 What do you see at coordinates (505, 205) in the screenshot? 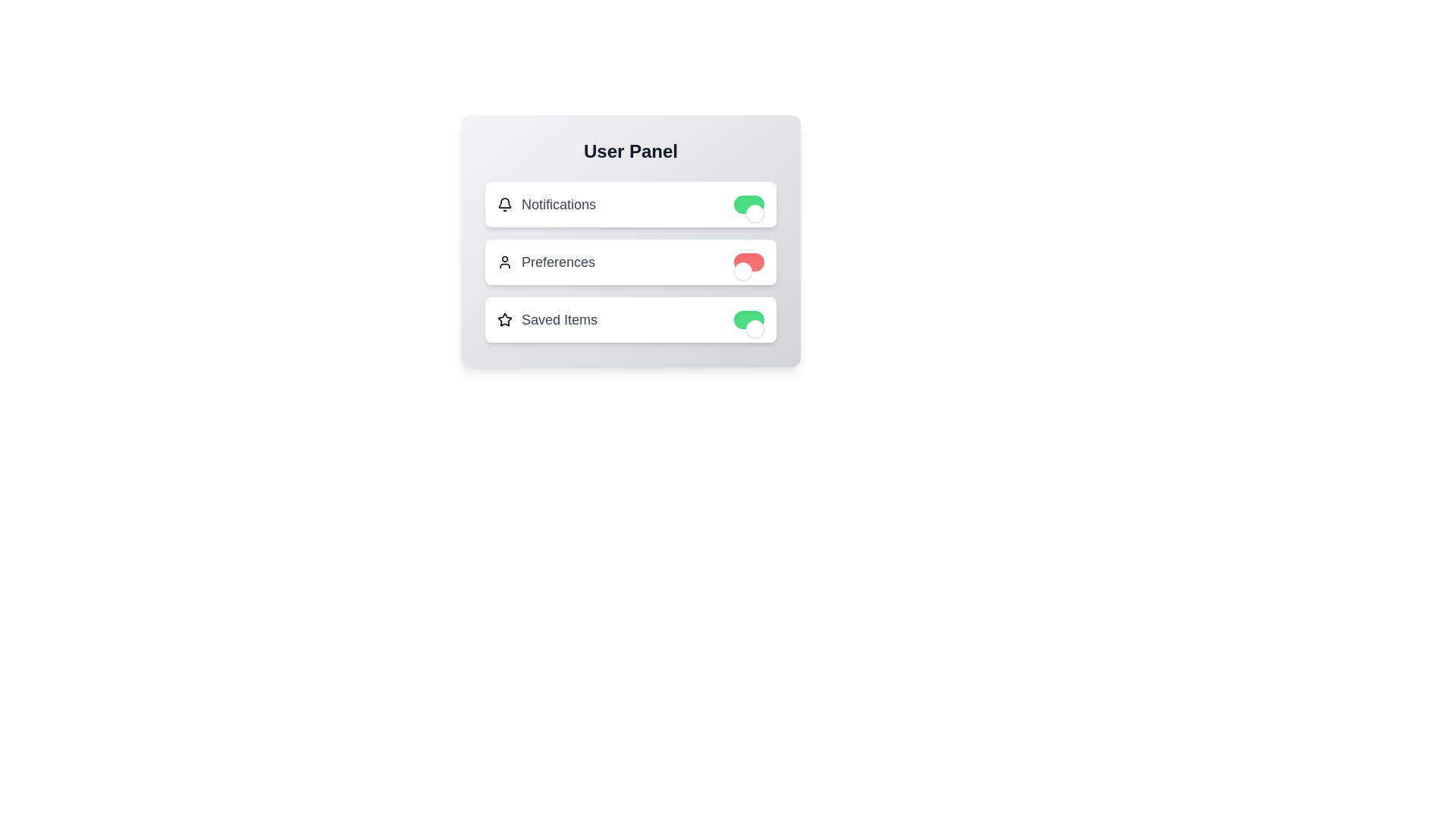
I see `the bell icon next to the 'Notifications' label` at bounding box center [505, 205].